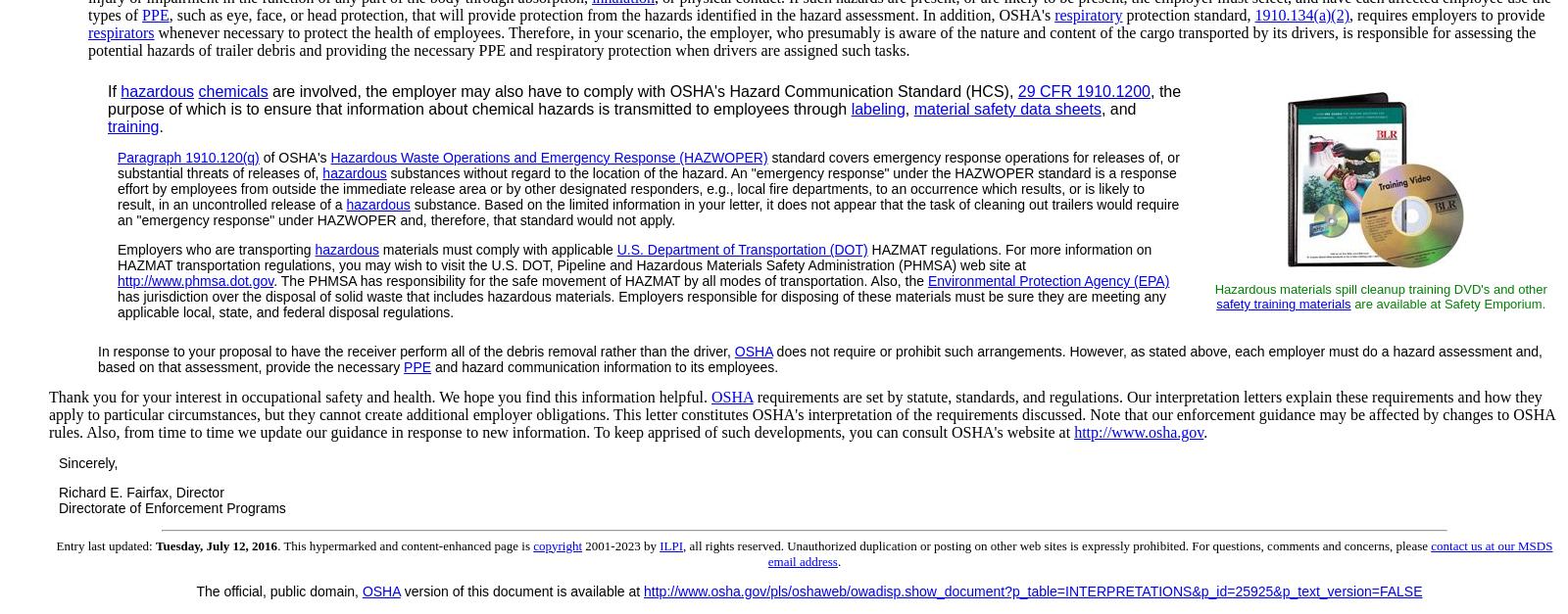  What do you see at coordinates (581, 544) in the screenshot?
I see `'2001-2023 by'` at bounding box center [581, 544].